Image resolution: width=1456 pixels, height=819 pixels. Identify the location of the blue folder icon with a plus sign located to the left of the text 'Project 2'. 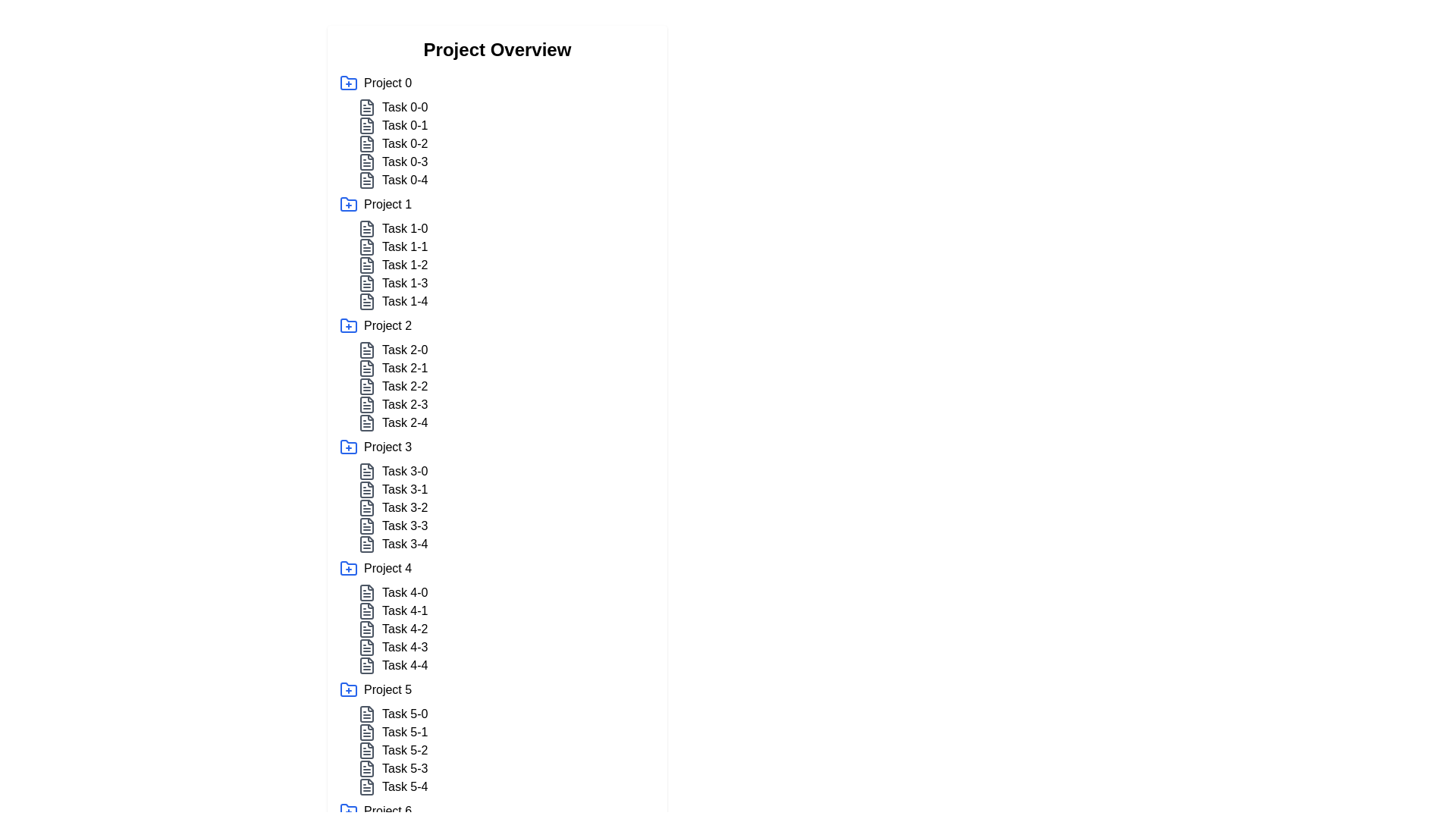
(348, 325).